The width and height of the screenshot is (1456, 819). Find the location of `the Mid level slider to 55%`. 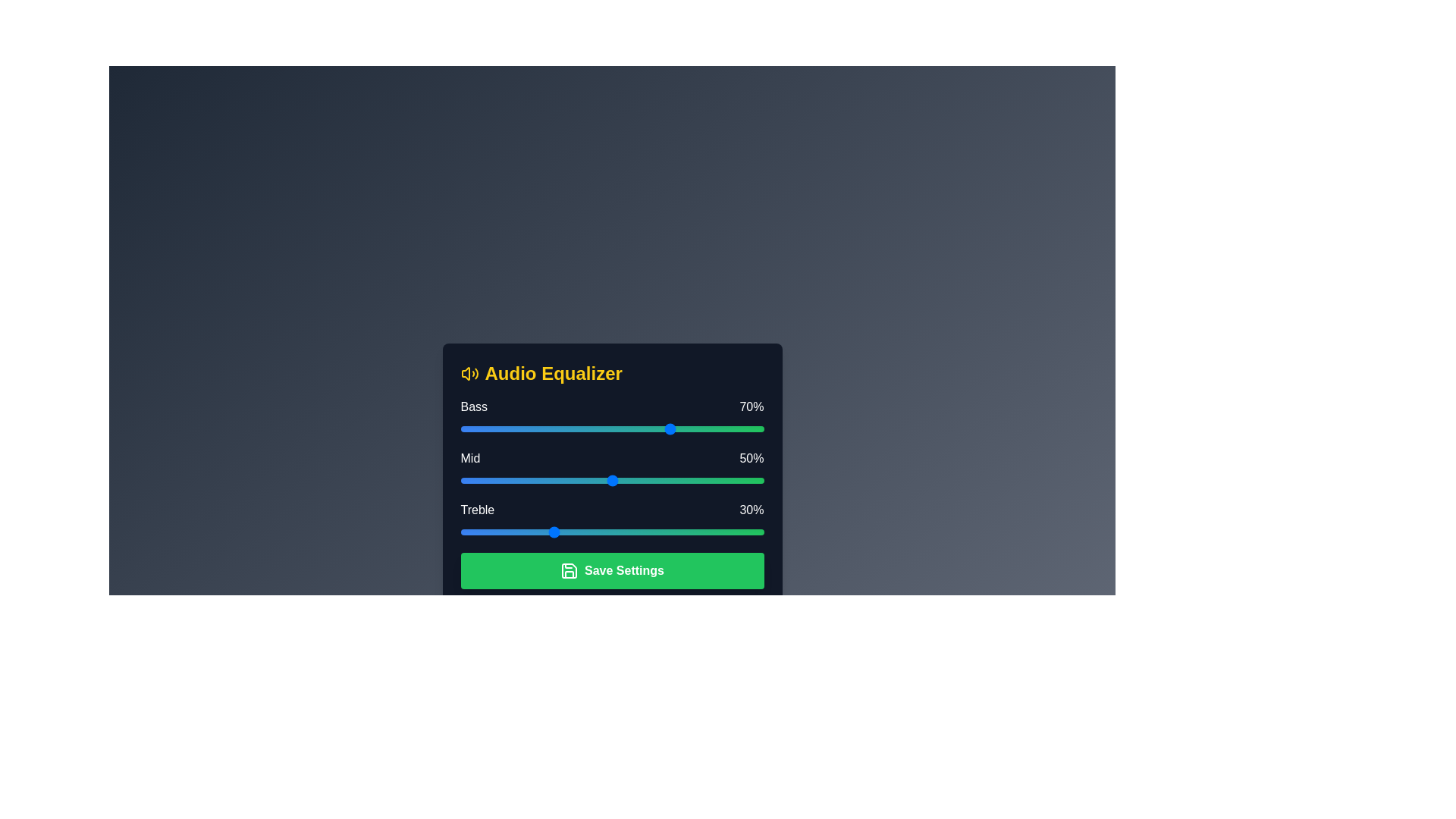

the Mid level slider to 55% is located at coordinates (627, 480).